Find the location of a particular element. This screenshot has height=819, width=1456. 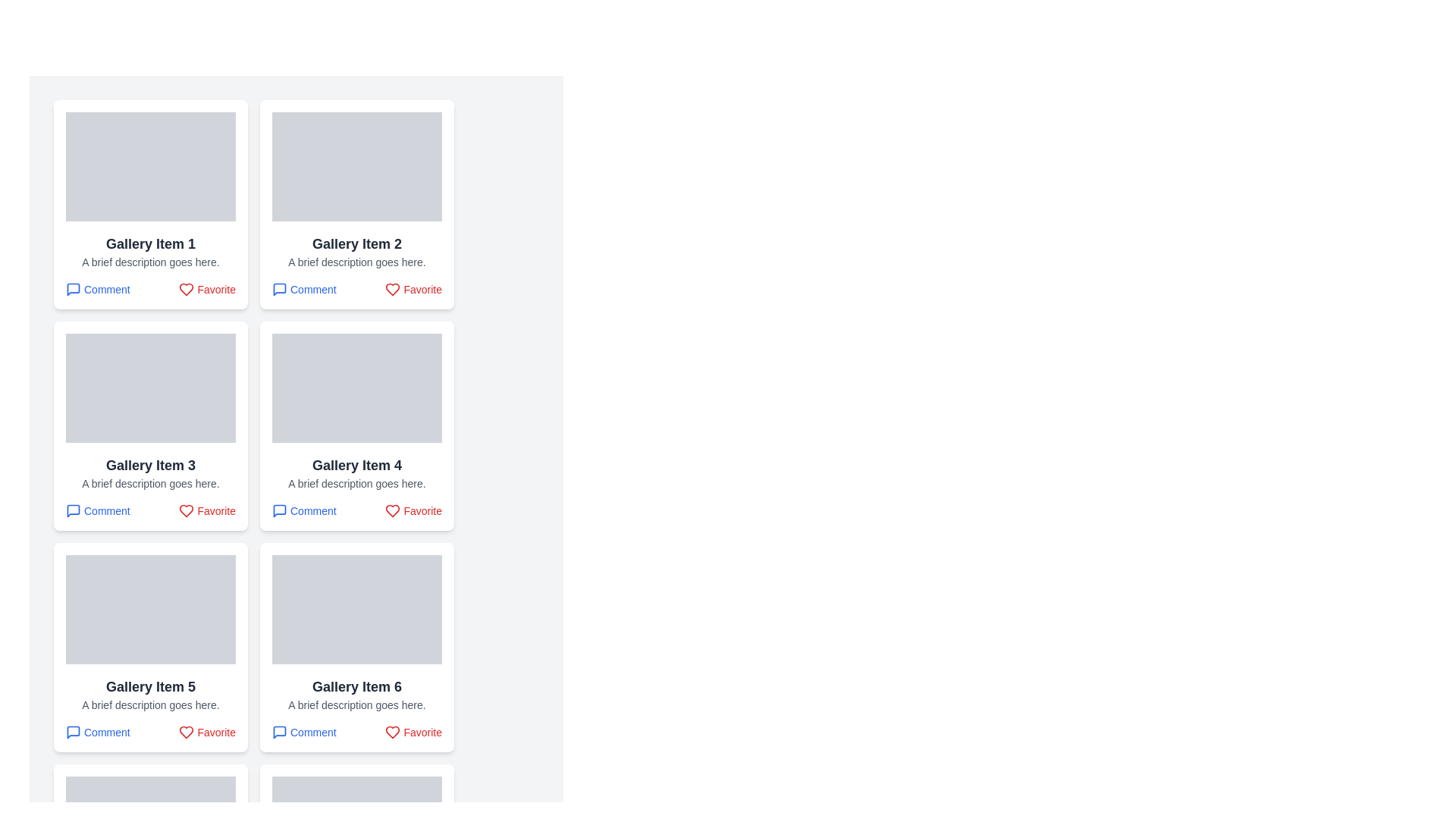

the 'Comment' button located below 'Gallery Item 4' to initiate a comment action is located at coordinates (303, 511).